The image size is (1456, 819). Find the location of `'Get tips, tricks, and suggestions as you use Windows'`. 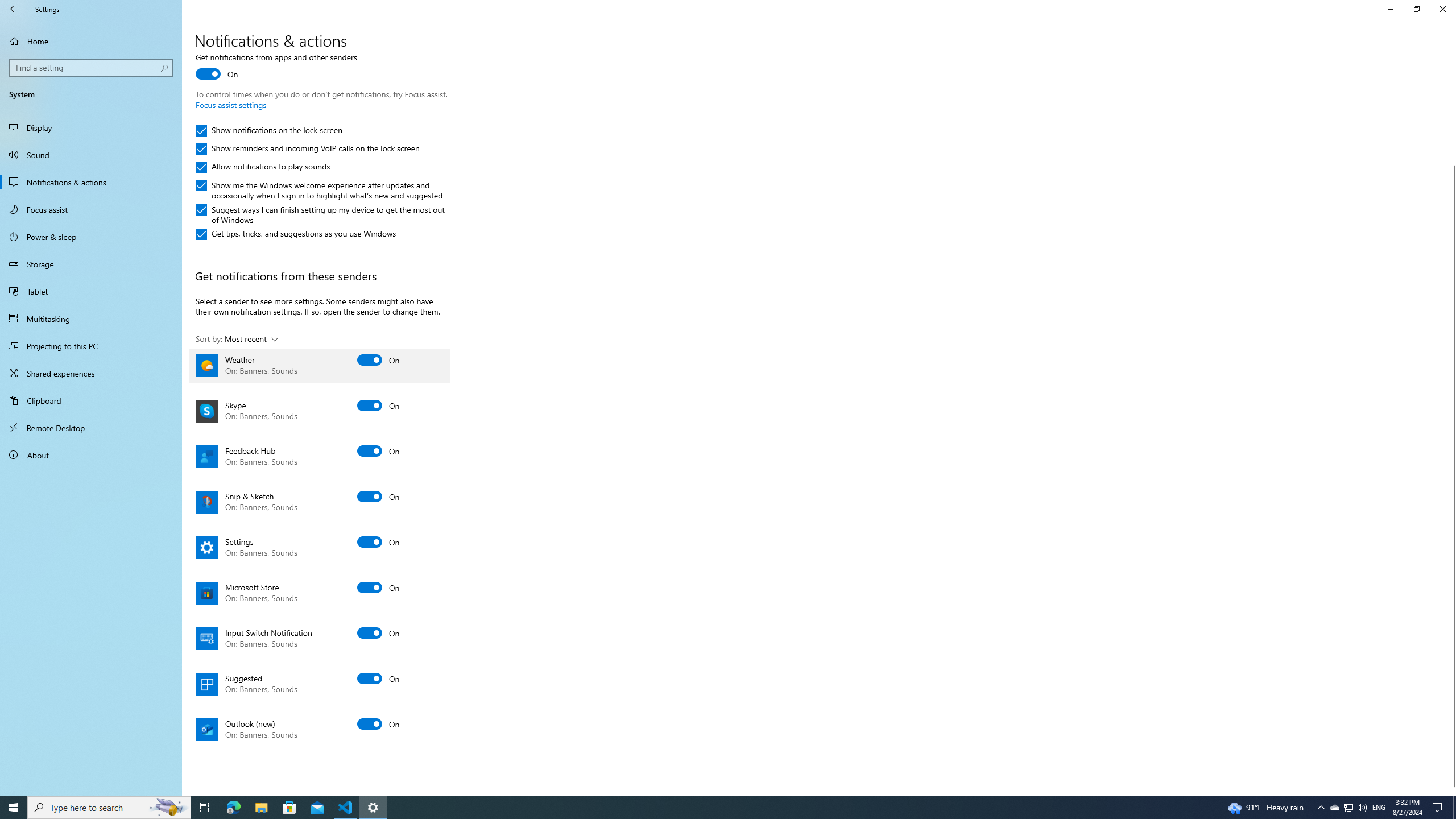

'Get tips, tricks, and suggestions as you use Windows' is located at coordinates (295, 233).